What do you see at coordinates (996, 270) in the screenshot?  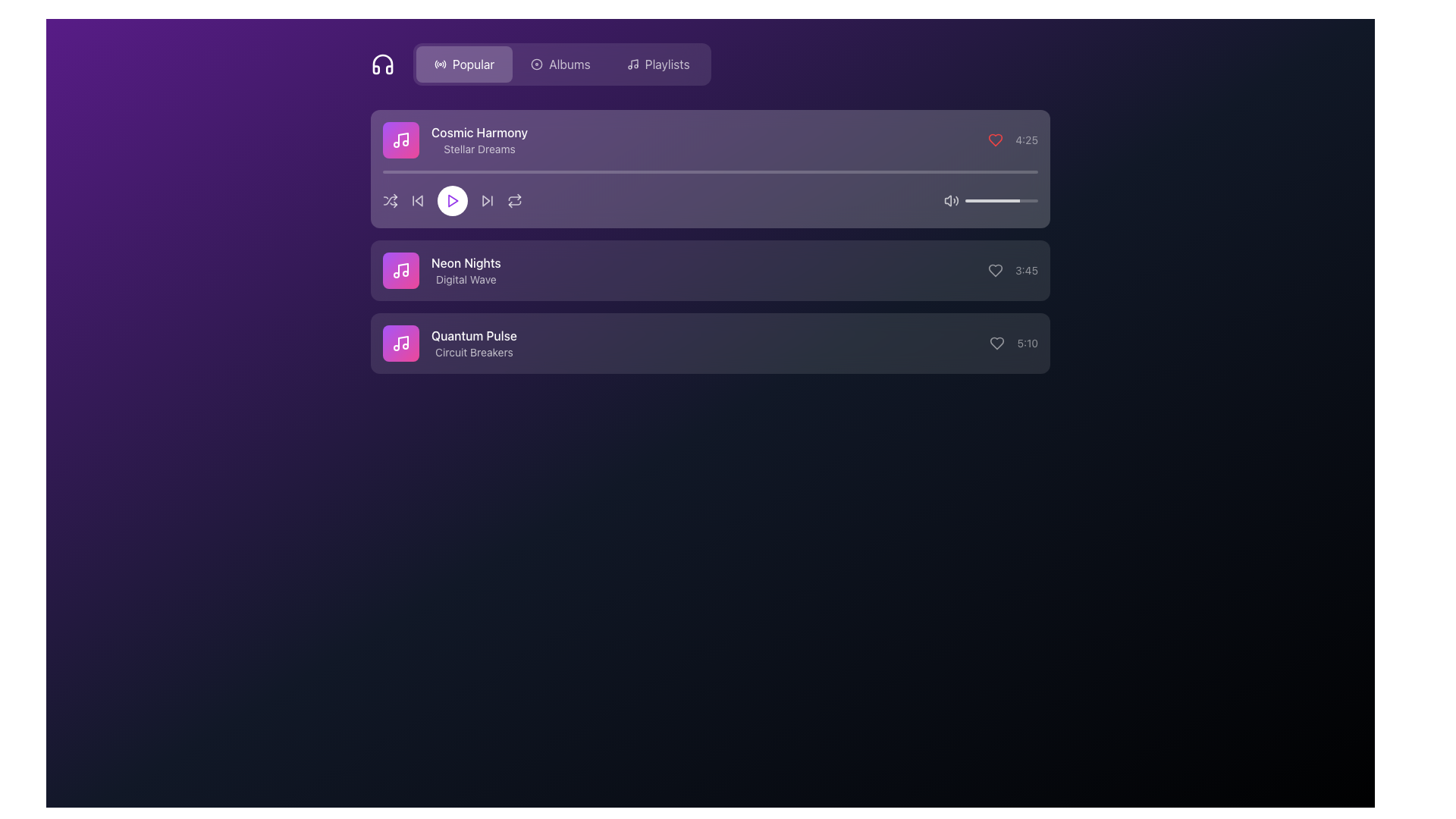 I see `the SVG icon that serves as the 'like' or 'favorite' button, positioned to the right of the time duration label` at bounding box center [996, 270].